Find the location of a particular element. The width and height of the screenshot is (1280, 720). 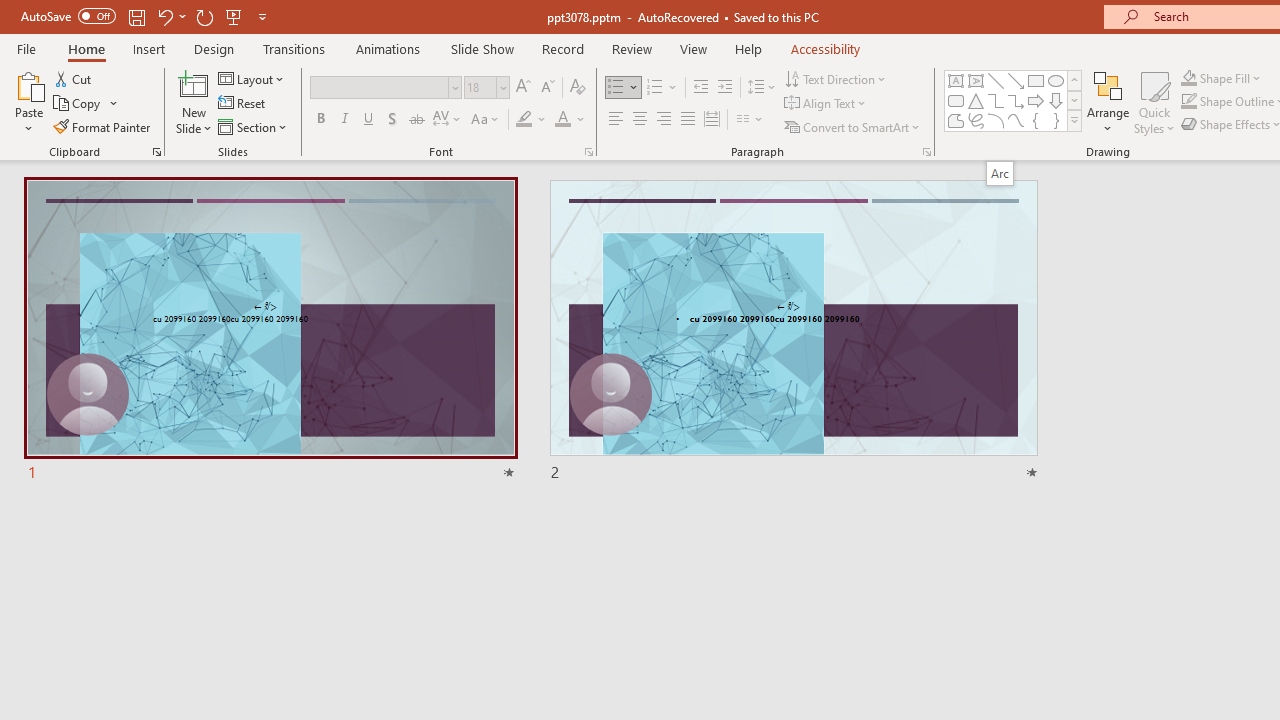

'Strikethrough' is located at coordinates (415, 119).